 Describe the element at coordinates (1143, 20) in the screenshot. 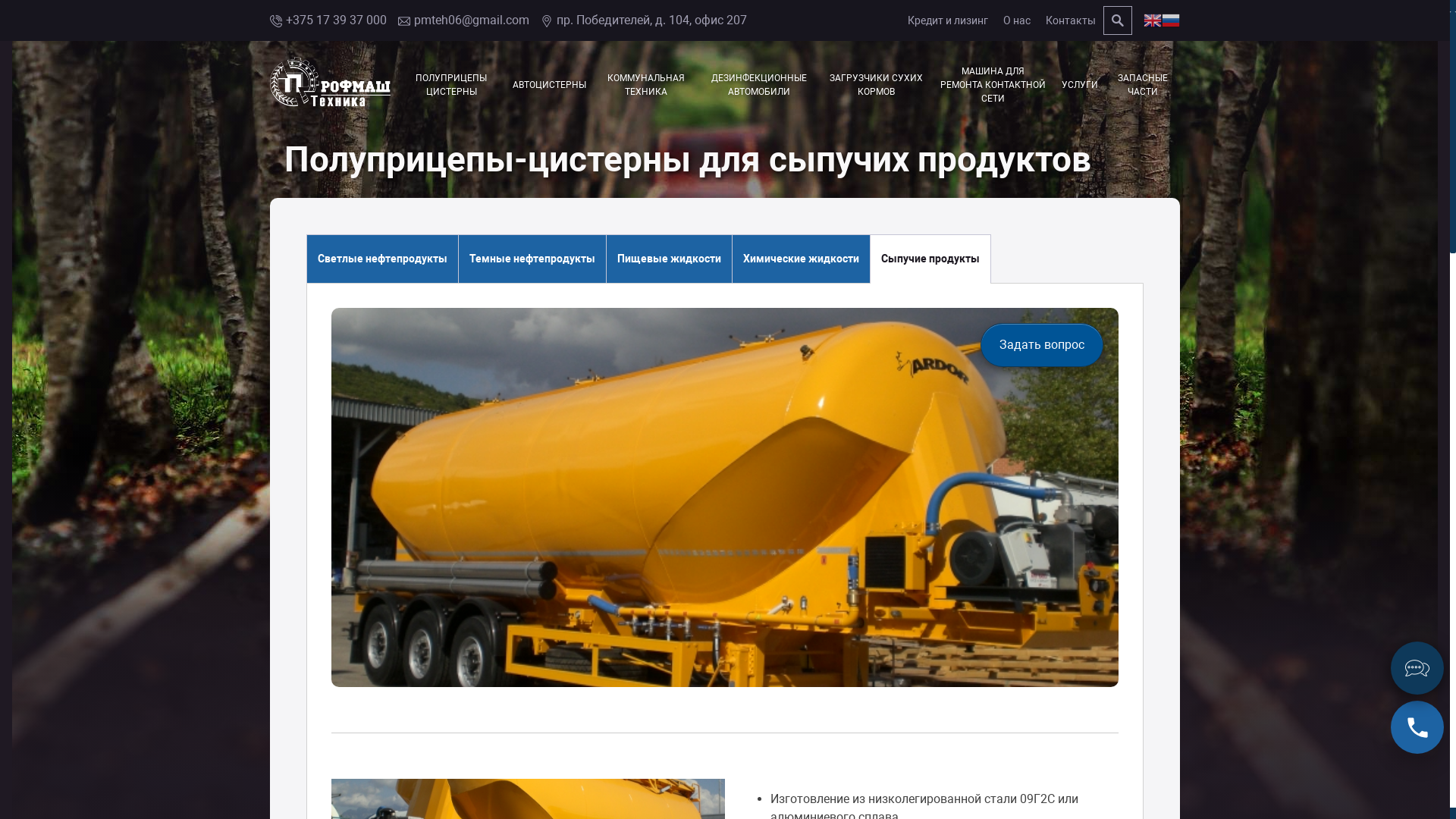

I see `'English'` at that location.